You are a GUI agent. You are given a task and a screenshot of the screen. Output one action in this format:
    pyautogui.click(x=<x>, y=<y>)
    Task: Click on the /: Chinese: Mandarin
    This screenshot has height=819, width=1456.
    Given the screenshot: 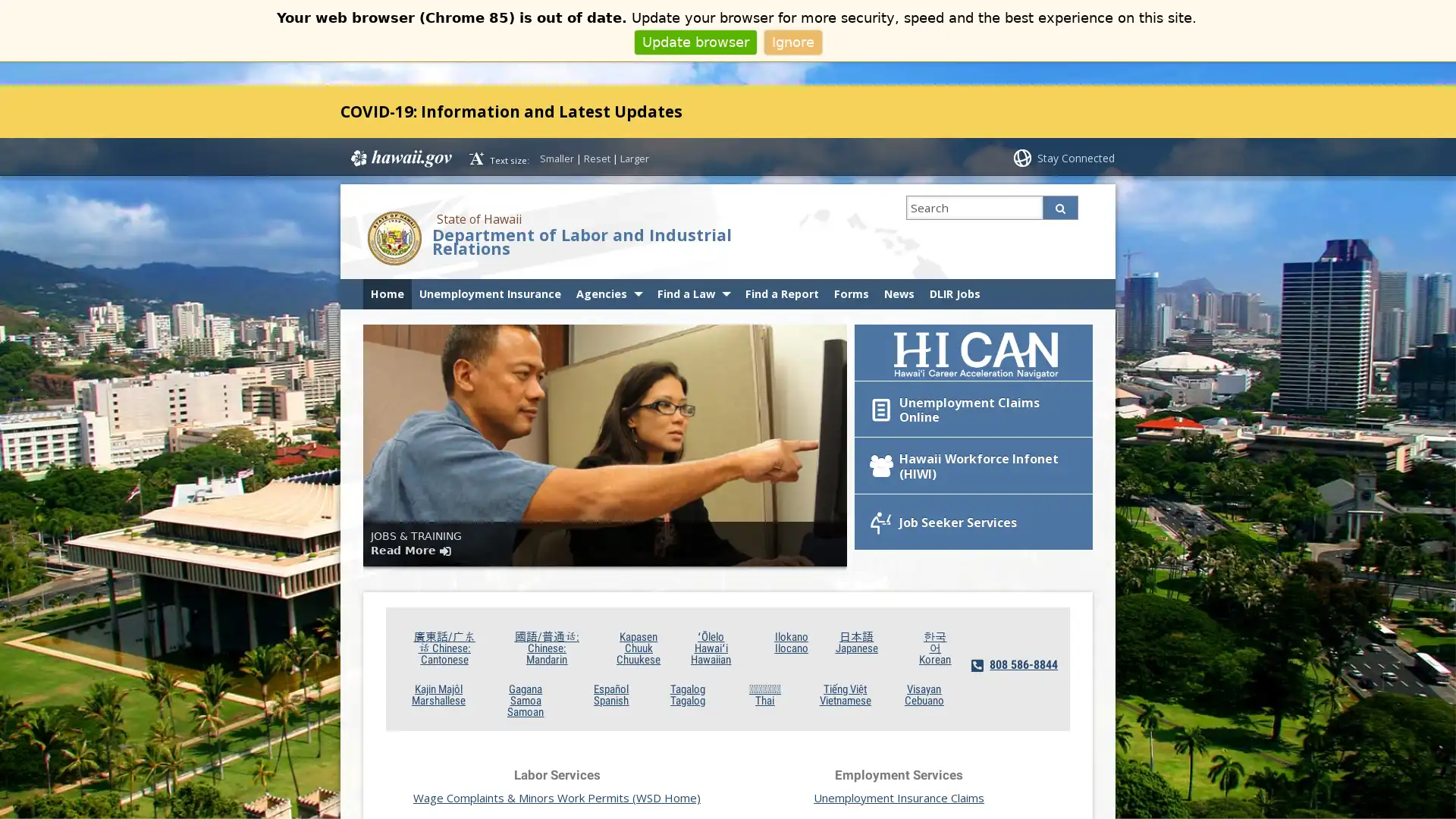 What is the action you would take?
    pyautogui.click(x=546, y=654)
    